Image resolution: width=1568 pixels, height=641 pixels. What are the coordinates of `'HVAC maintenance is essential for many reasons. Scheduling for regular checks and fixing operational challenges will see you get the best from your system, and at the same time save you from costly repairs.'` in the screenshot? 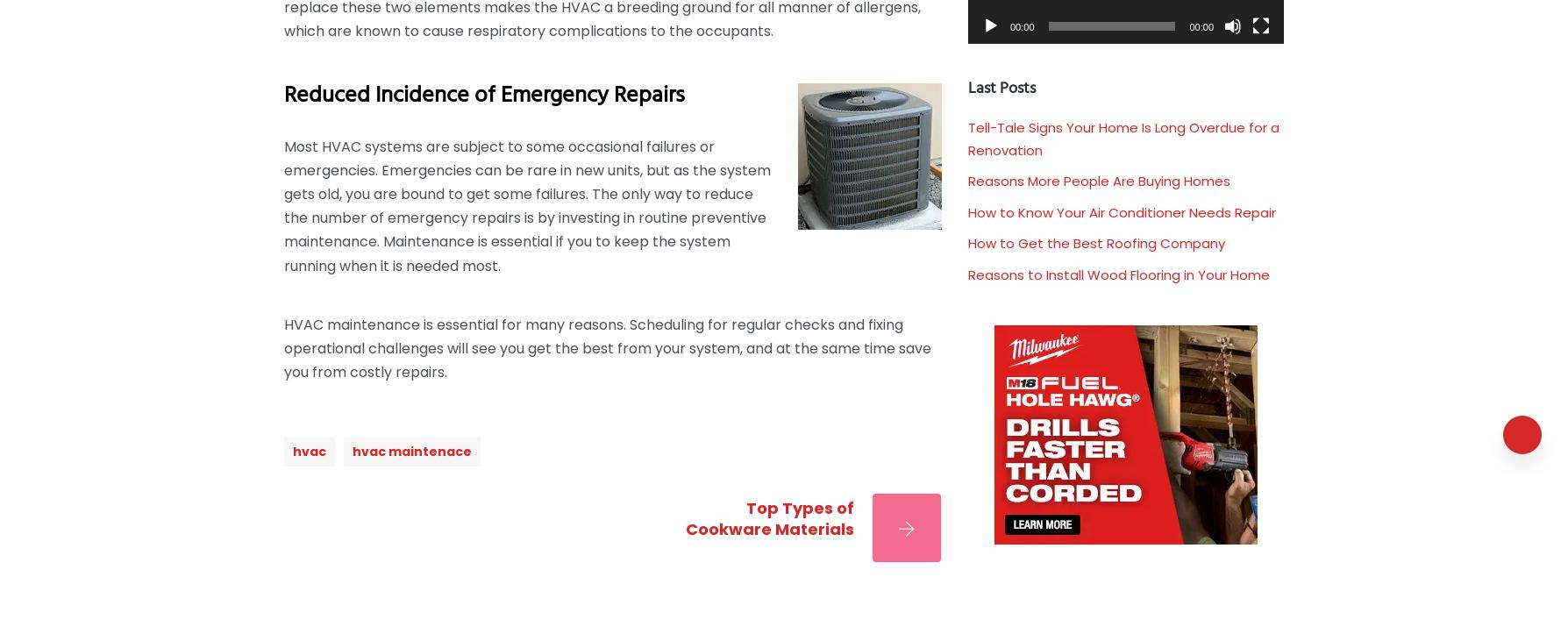 It's located at (607, 348).